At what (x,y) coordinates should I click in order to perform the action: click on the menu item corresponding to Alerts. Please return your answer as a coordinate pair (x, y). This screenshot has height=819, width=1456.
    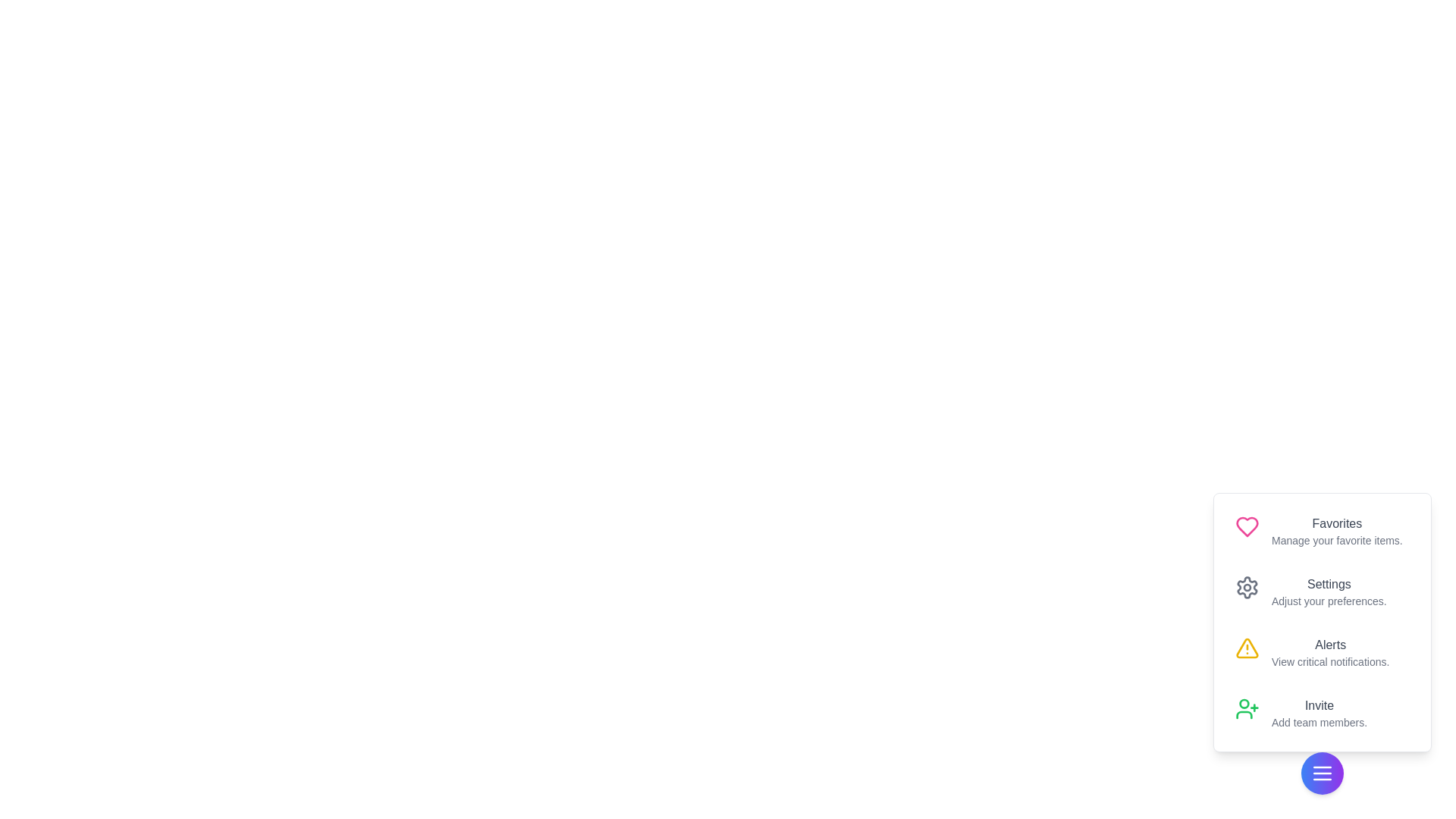
    Looking at the image, I should click on (1321, 651).